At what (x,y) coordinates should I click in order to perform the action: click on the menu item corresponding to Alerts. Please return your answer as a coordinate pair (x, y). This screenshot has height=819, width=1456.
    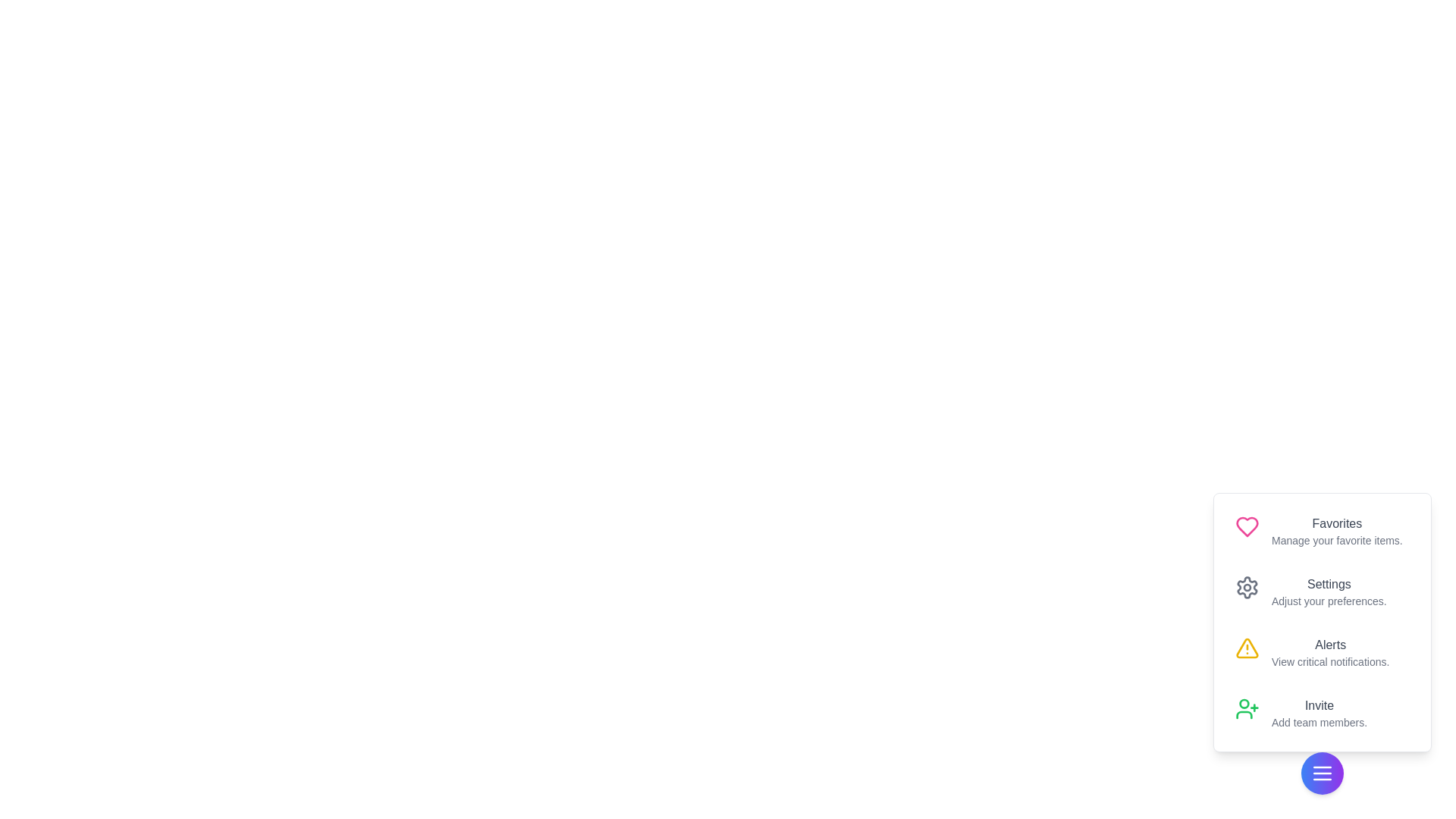
    Looking at the image, I should click on (1321, 651).